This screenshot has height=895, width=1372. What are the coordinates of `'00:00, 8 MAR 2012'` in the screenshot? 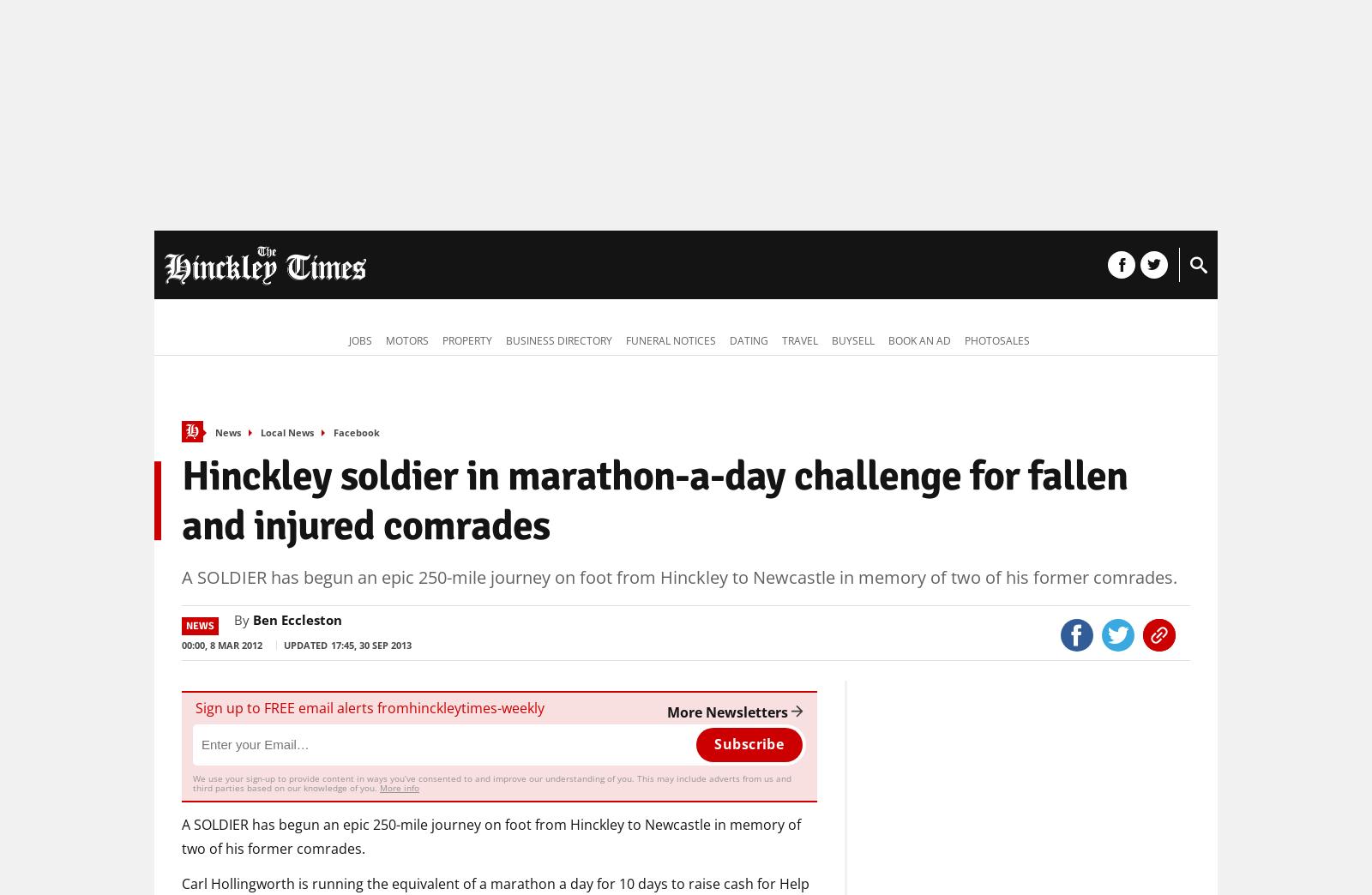 It's located at (182, 644).